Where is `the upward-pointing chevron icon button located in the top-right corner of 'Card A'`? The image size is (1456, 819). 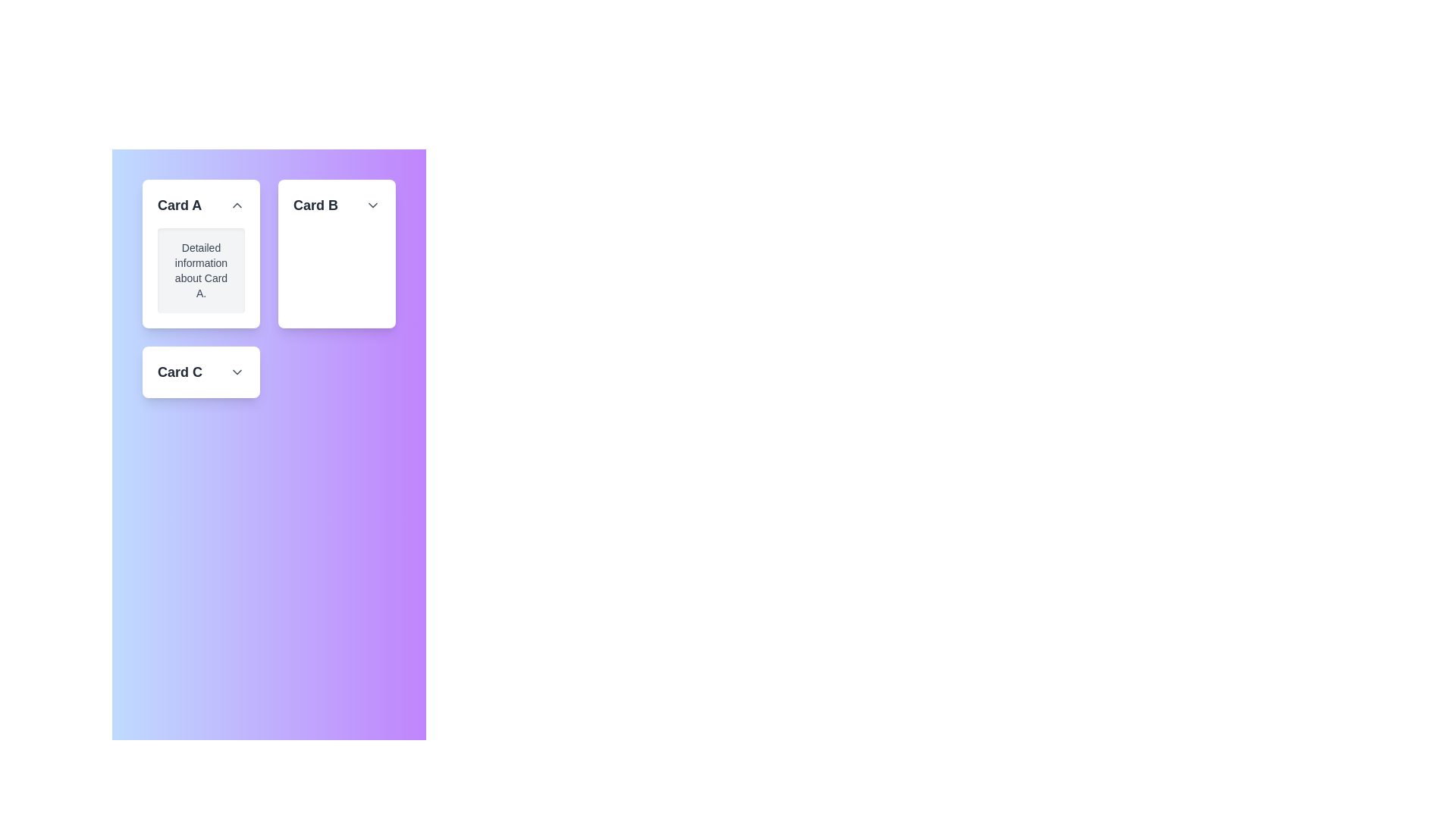
the upward-pointing chevron icon button located in the top-right corner of 'Card A' is located at coordinates (236, 205).